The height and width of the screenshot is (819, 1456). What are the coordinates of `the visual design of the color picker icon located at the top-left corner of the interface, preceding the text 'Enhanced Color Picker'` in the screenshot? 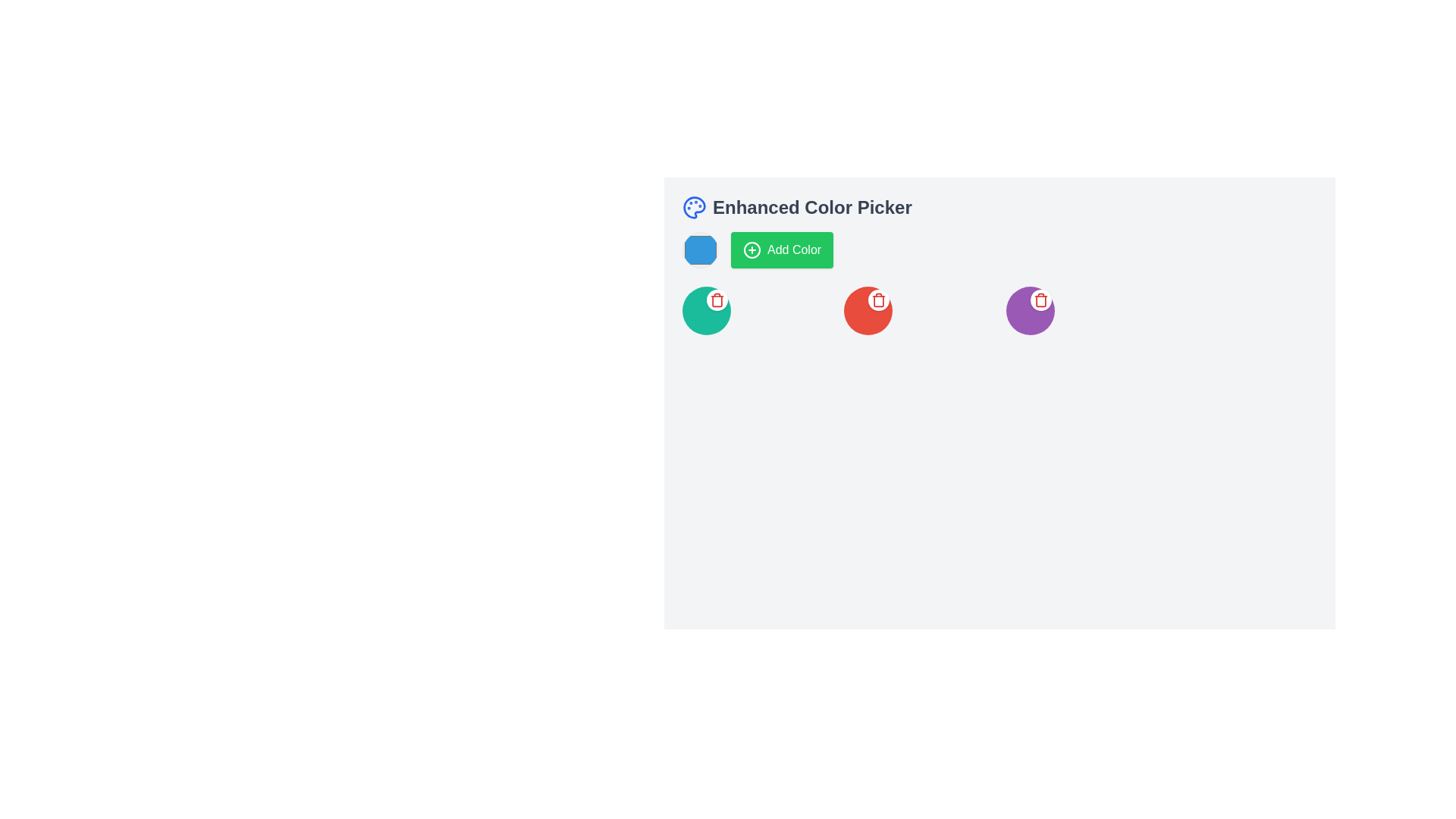 It's located at (694, 207).